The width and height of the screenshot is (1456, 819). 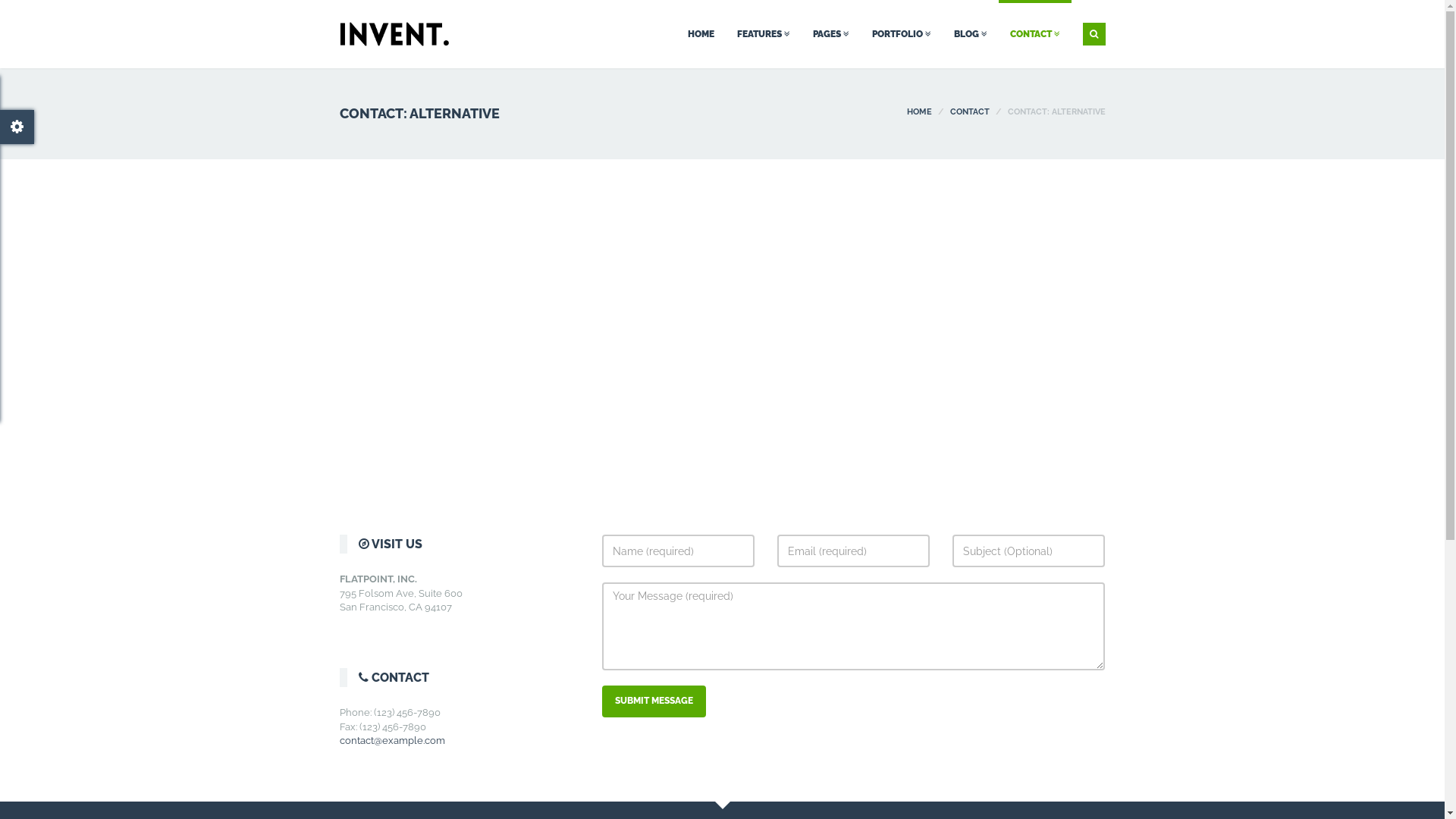 I want to click on 'FEATURES', so click(x=763, y=34).